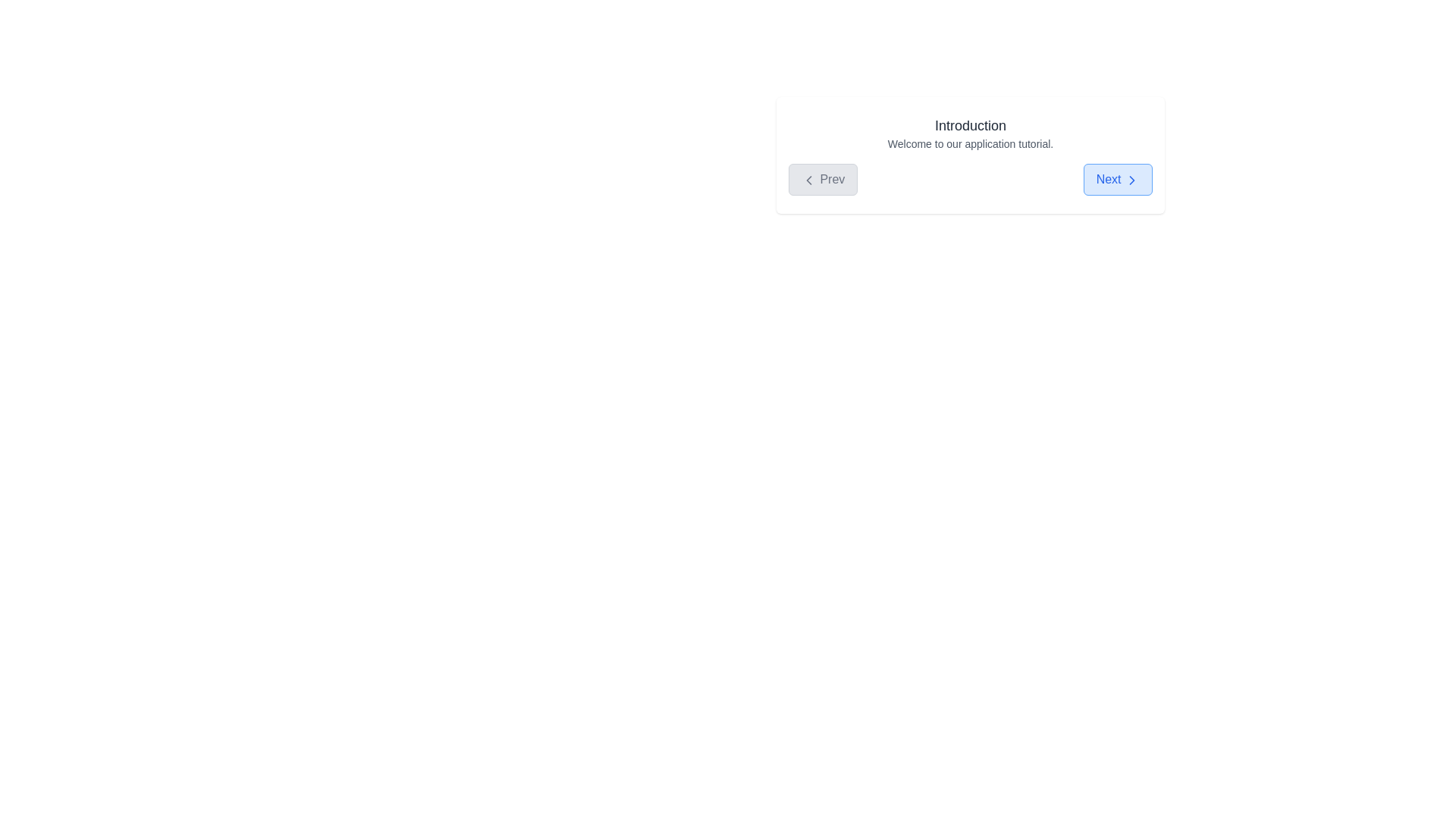 This screenshot has width=1456, height=819. I want to click on the prominent heading labeled 'Introduction' which is styled in bold and larger text, located centrally above the text 'Welcome to our application tutorial.', so click(971, 124).